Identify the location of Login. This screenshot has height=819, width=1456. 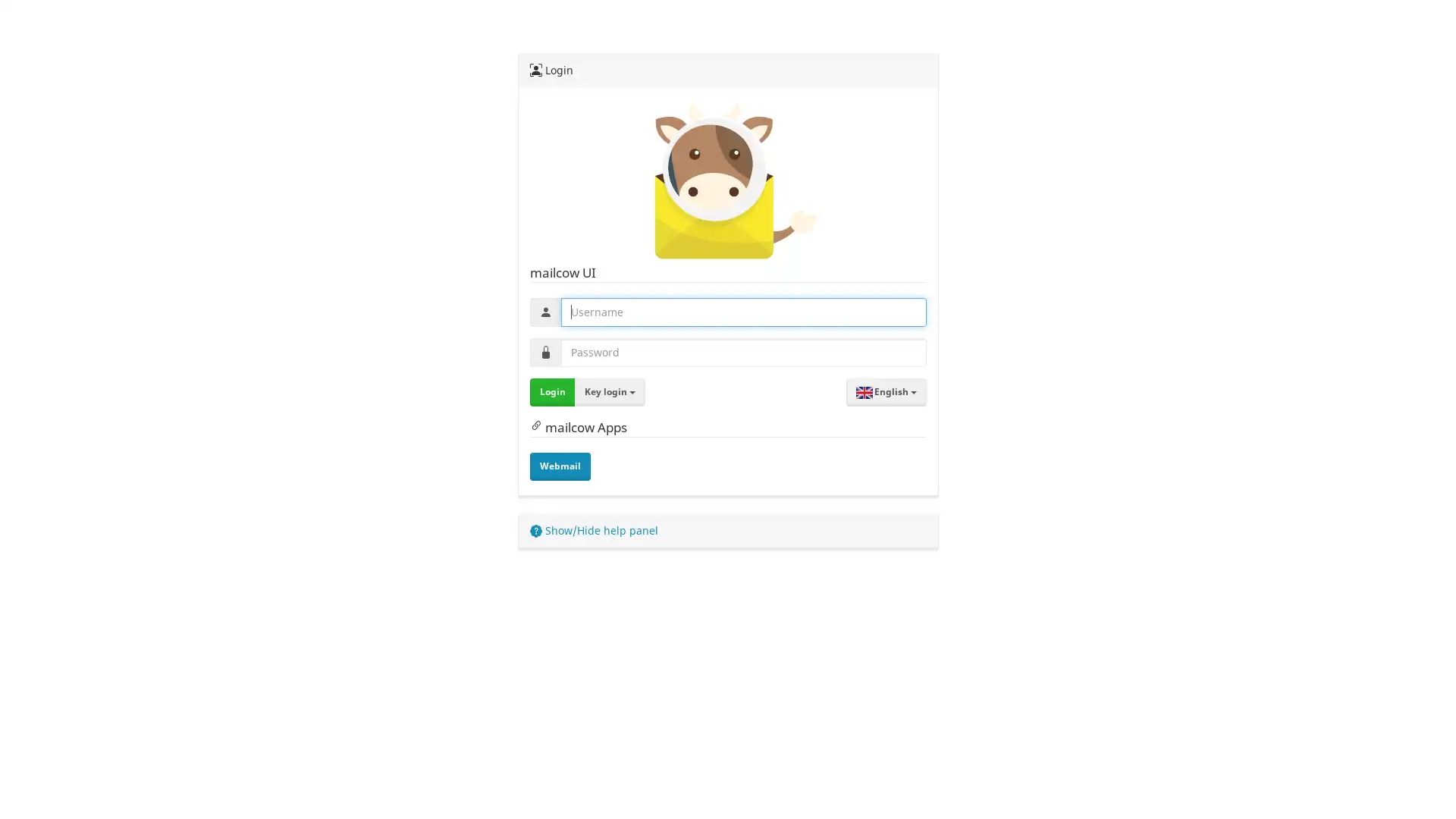
(551, 391).